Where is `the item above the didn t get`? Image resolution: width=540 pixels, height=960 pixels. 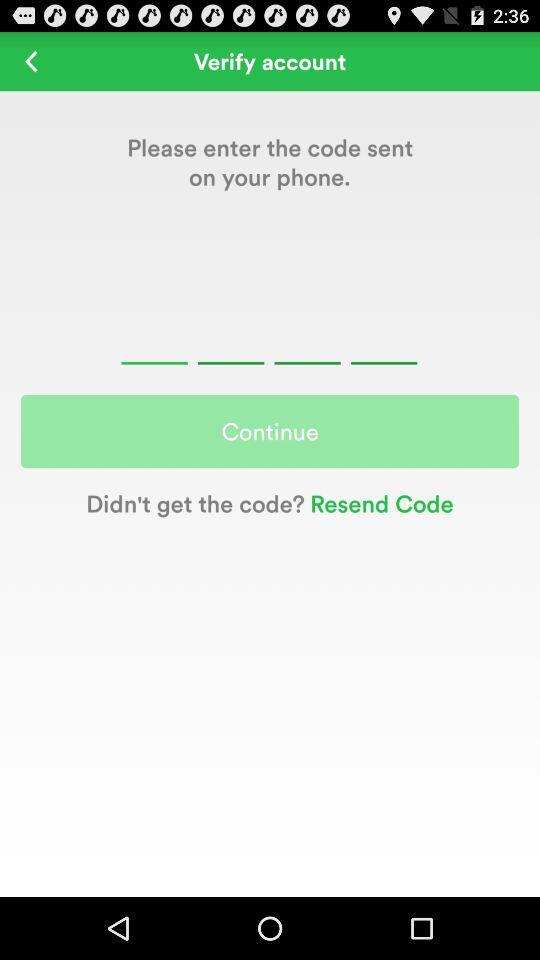 the item above the didn t get is located at coordinates (270, 431).